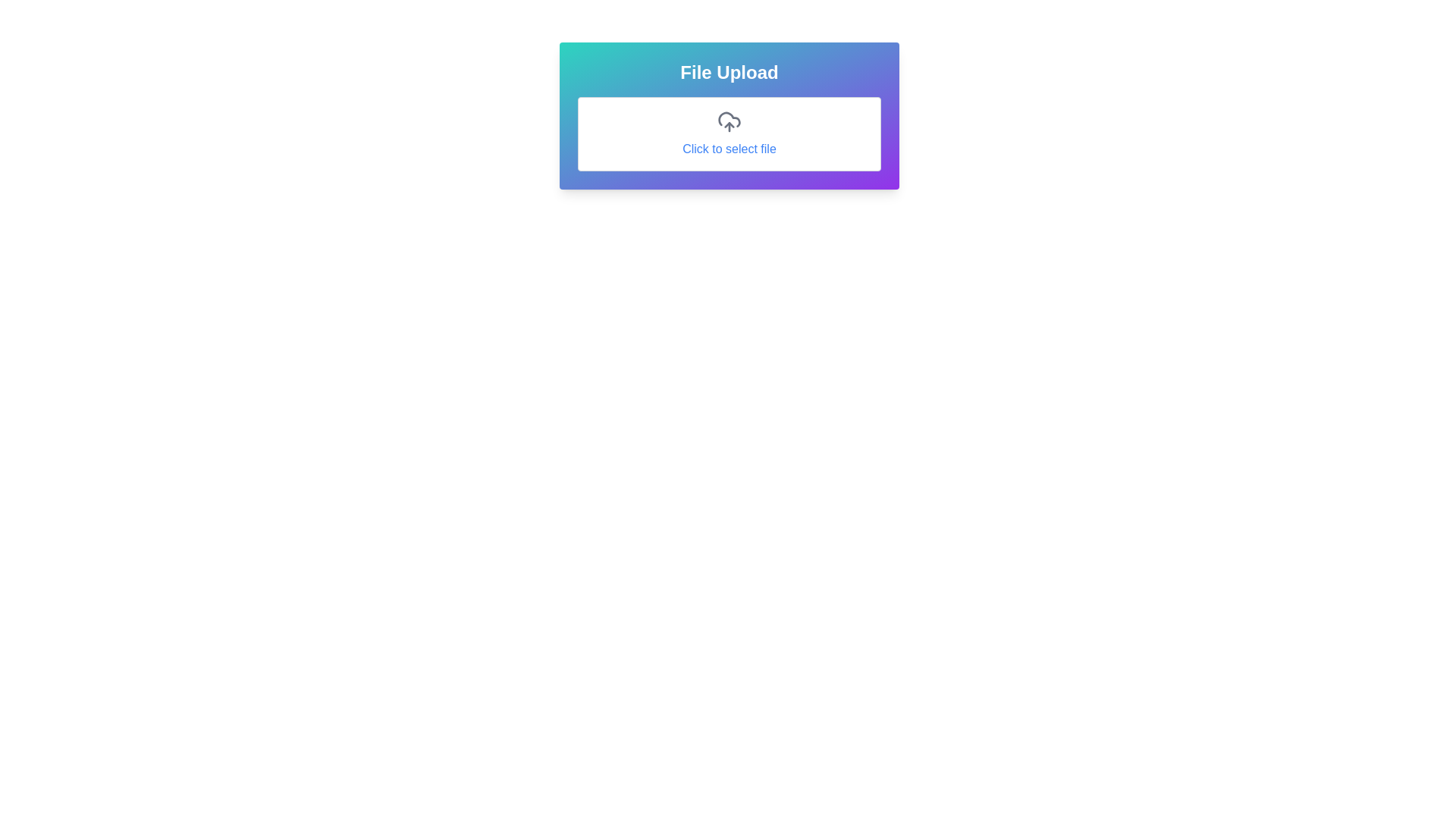  Describe the element at coordinates (729, 149) in the screenshot. I see `the clickable text link that opens the file selector for users` at that location.